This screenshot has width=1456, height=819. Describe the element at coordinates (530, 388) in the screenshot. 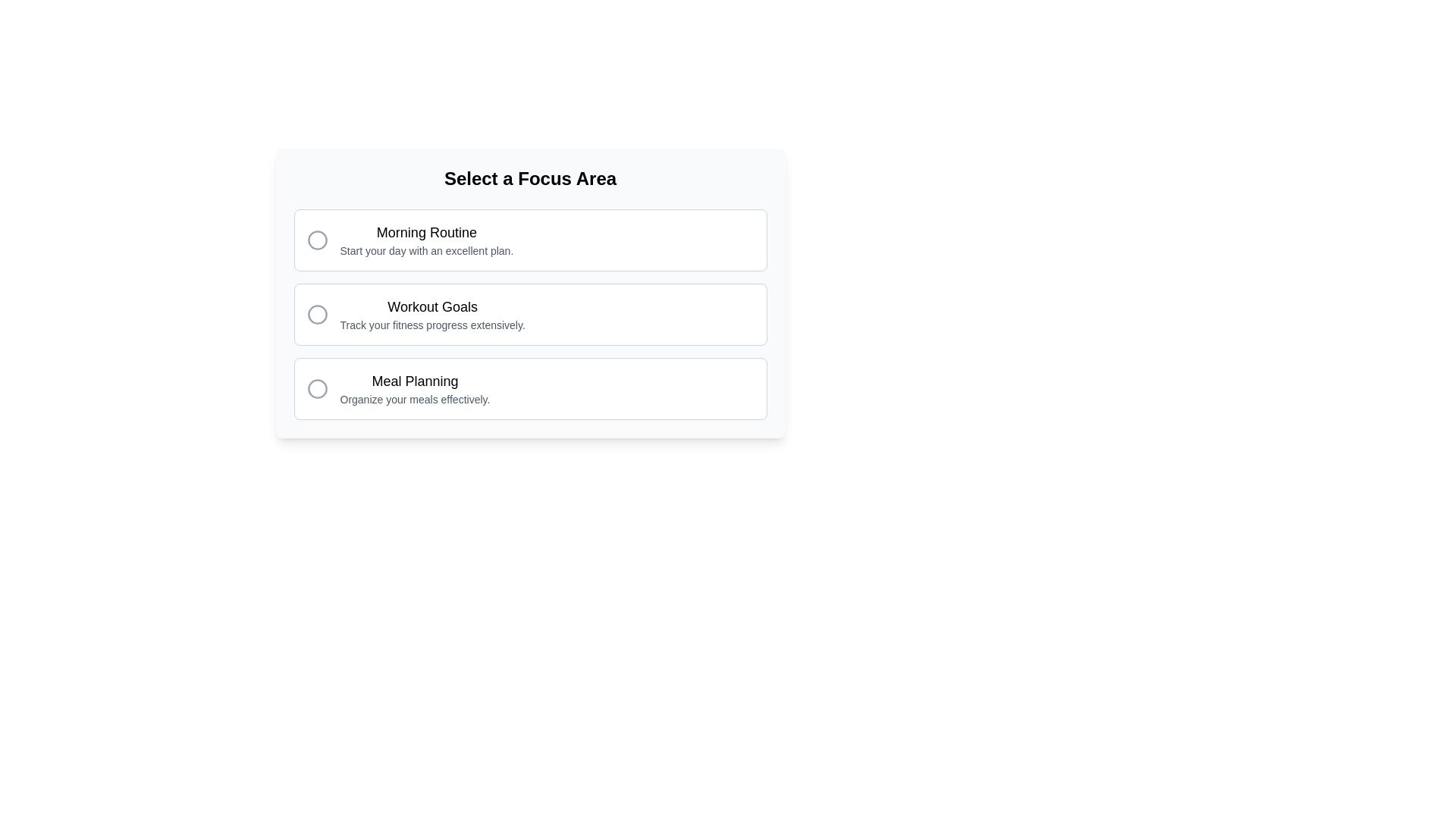

I see `the 'Meal Planning' radio button option by navigating to it` at that location.